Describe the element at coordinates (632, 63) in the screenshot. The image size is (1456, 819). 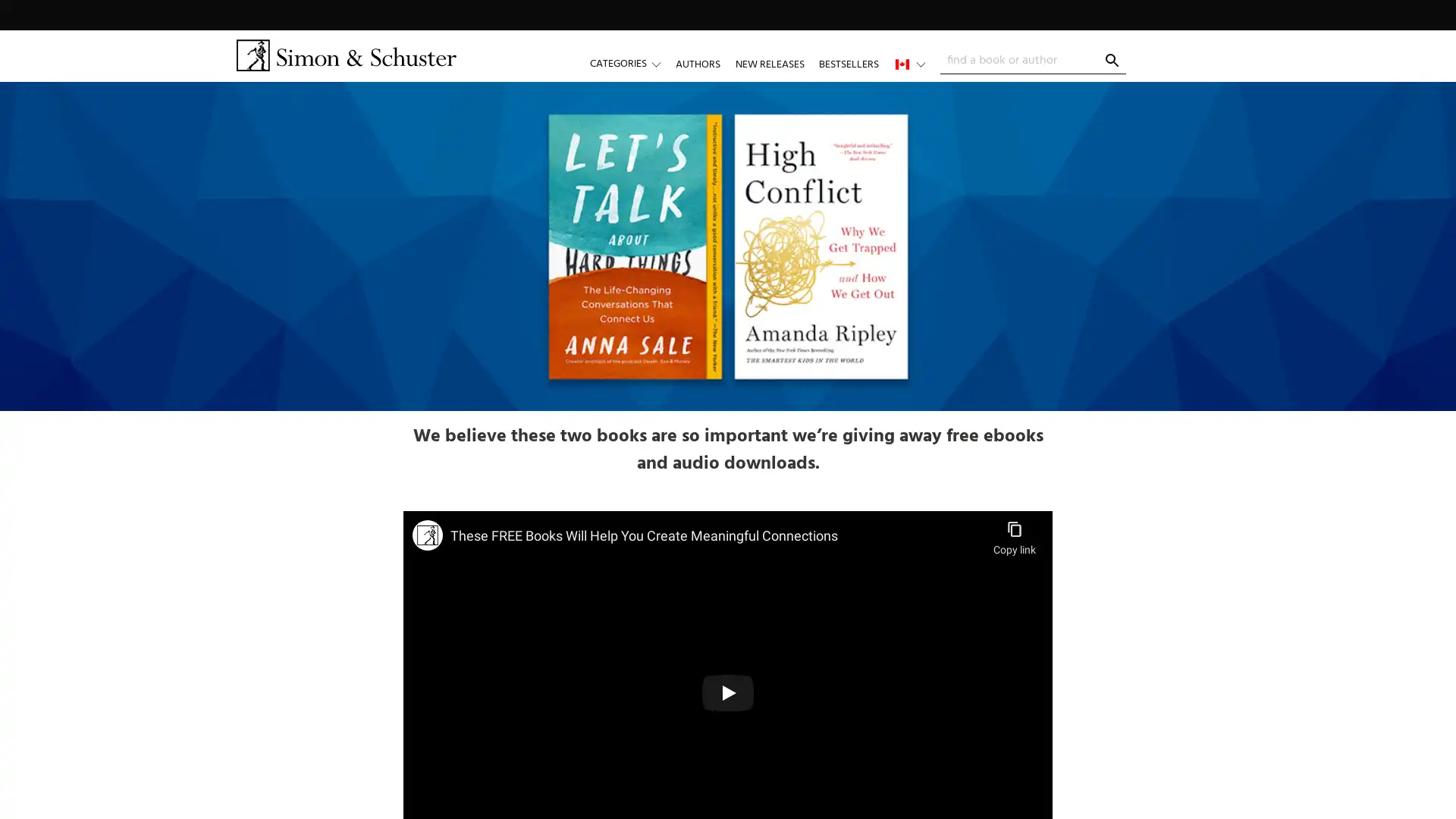
I see `CATEGORIES` at that location.